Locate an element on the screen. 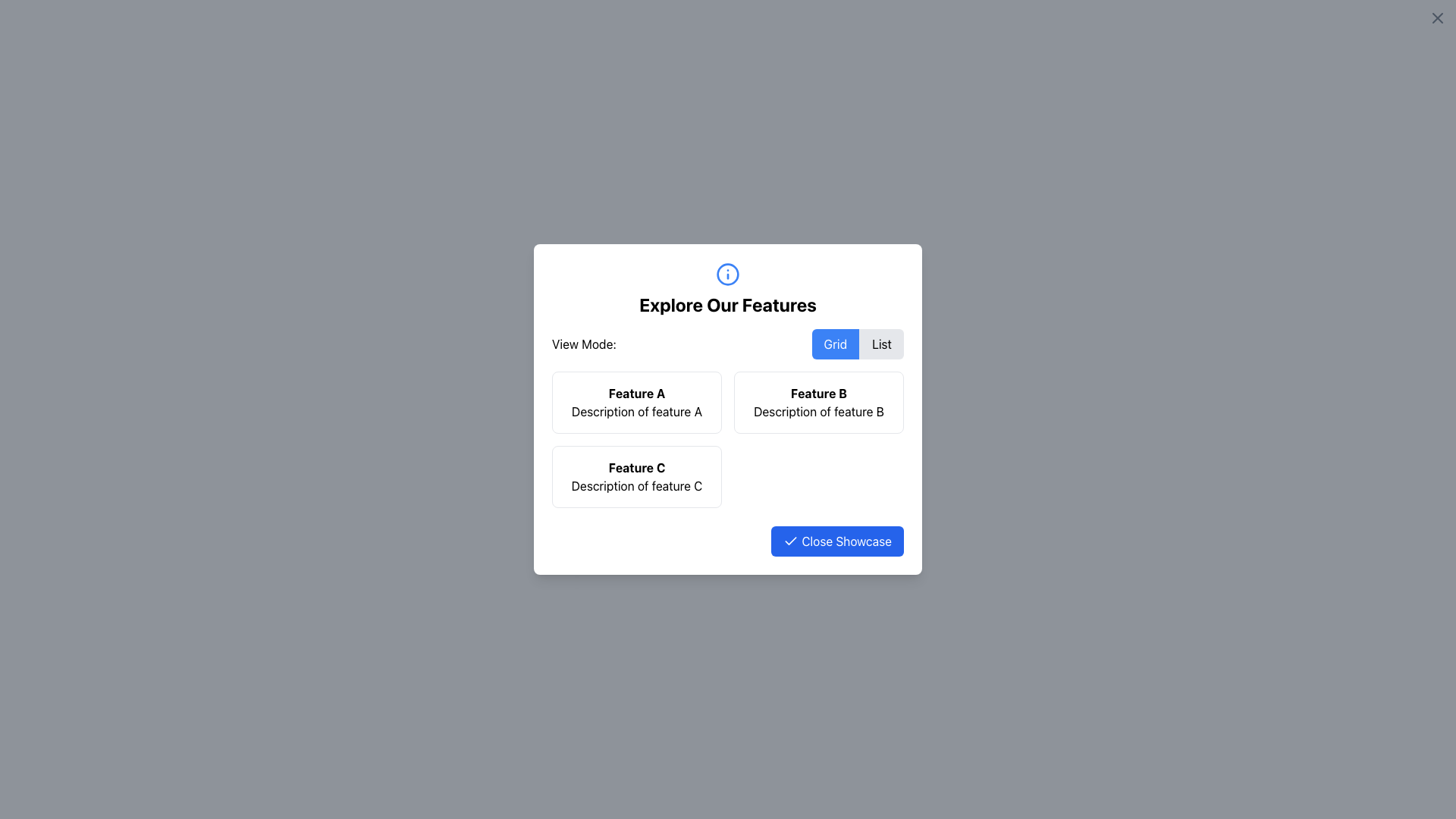 Image resolution: width=1456 pixels, height=819 pixels. the 'Grid' view mode button located beneath the 'Explore Our Features' header is located at coordinates (835, 344).